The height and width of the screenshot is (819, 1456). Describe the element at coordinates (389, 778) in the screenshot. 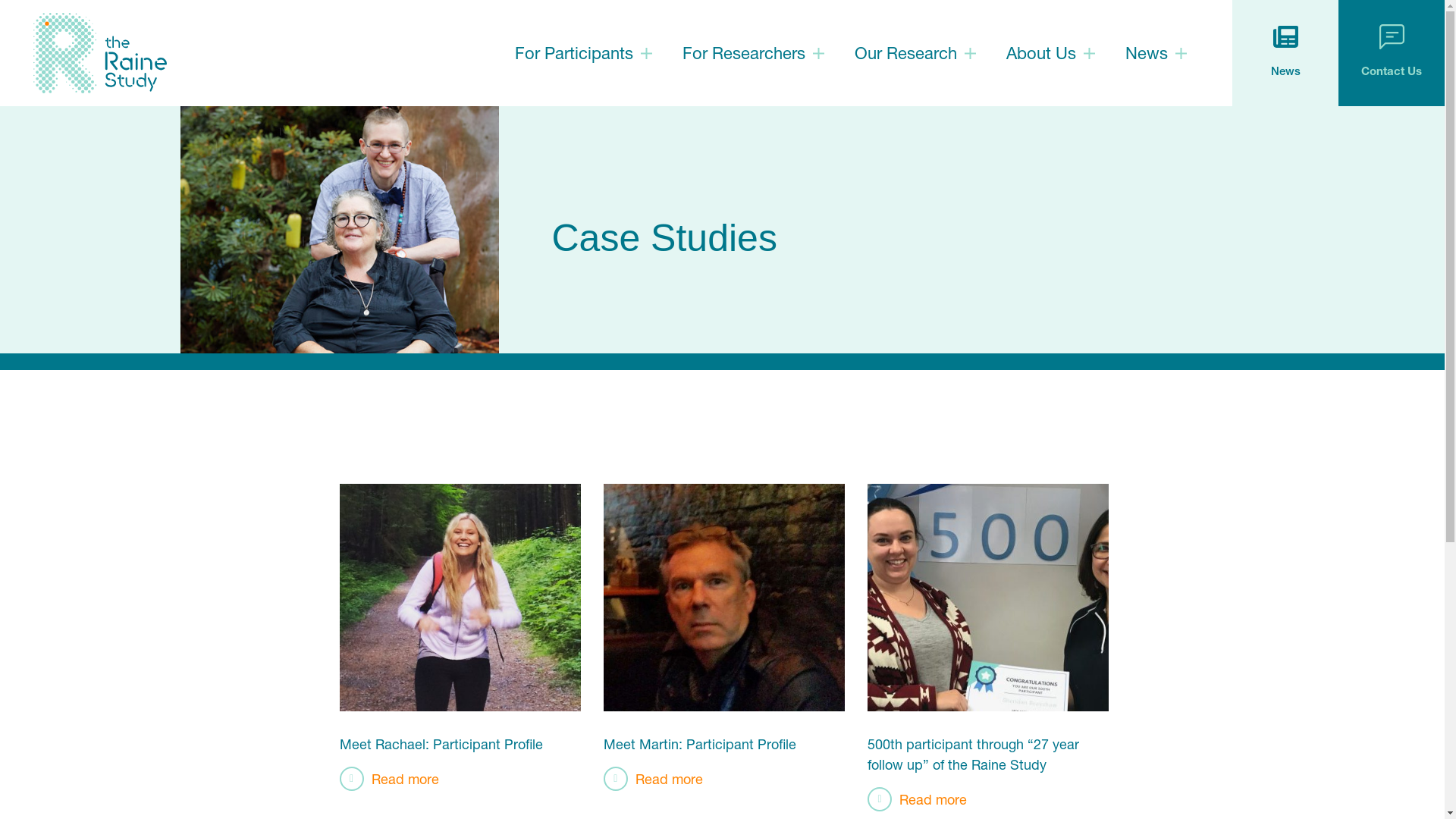

I see `'Read more'` at that location.